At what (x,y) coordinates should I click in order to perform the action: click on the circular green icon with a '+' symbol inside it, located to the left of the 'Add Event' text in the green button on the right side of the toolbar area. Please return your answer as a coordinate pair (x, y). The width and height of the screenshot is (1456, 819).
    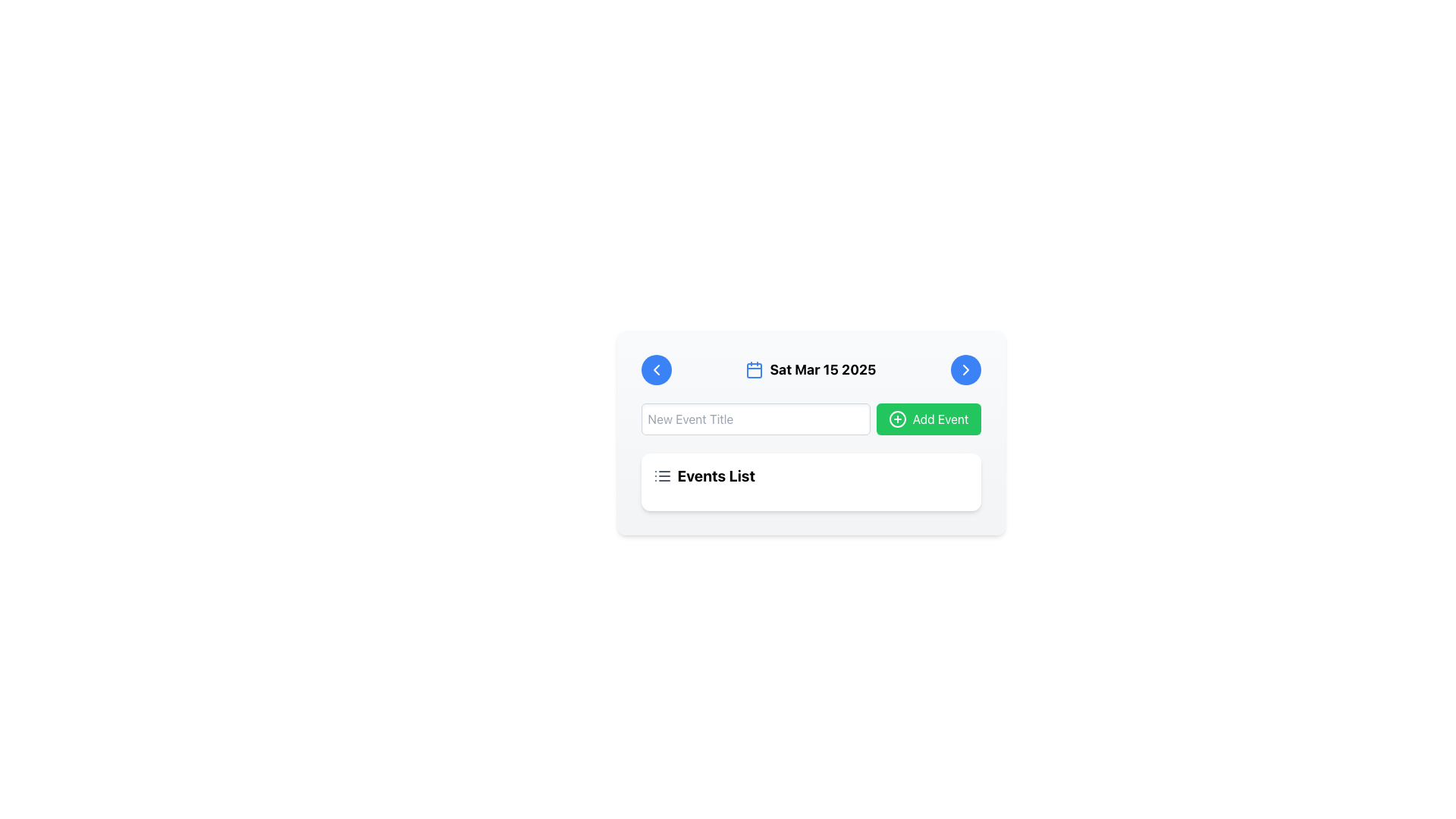
    Looking at the image, I should click on (897, 419).